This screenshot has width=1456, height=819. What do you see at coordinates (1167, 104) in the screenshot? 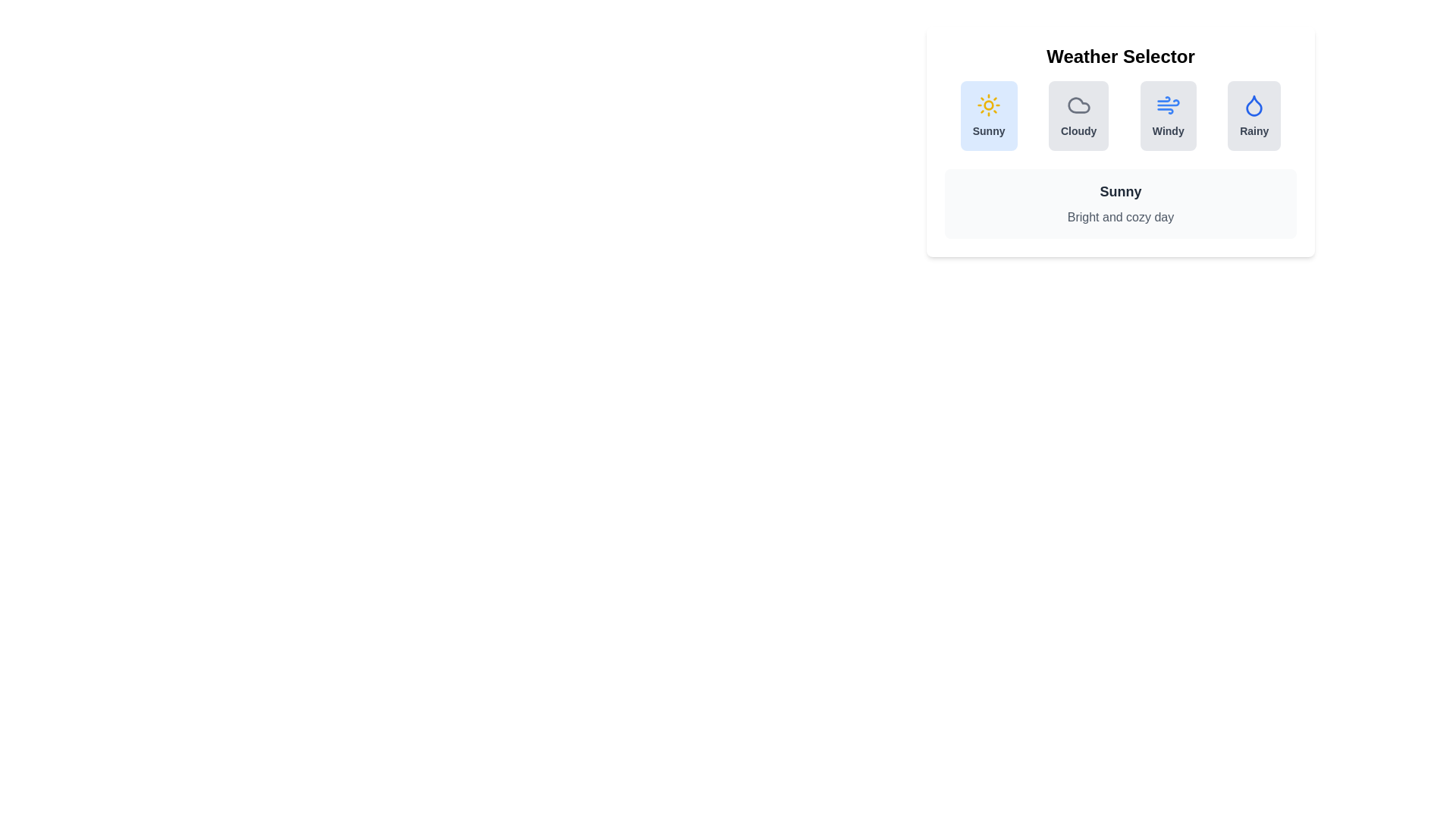
I see `the blue wind-like lines icon within the rounded rectangle representing the 'Windy' weather option in the Weather Selector interface` at bounding box center [1167, 104].